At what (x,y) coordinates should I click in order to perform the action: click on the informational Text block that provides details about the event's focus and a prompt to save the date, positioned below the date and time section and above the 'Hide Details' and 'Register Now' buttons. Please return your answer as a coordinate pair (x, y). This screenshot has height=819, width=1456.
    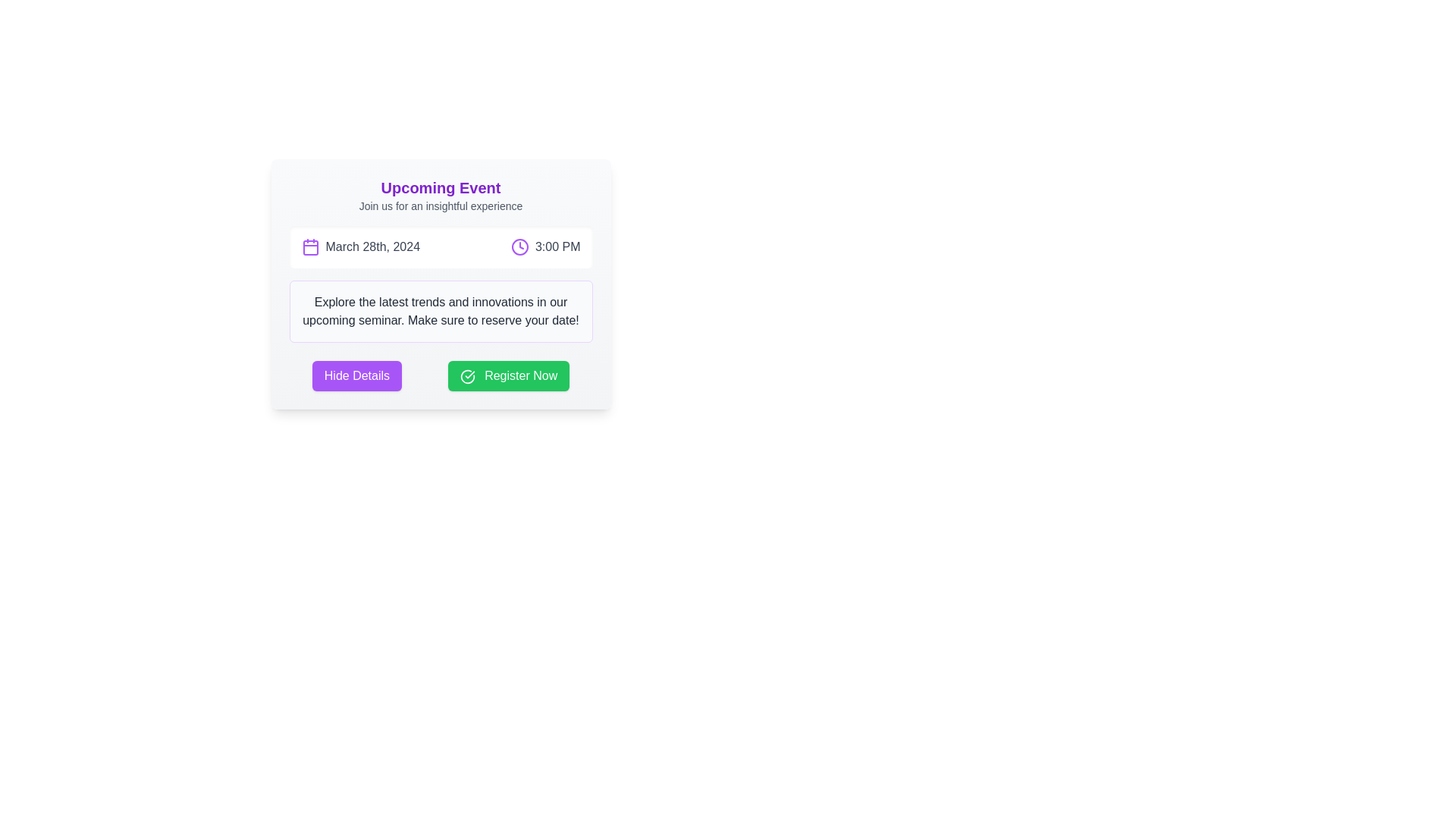
    Looking at the image, I should click on (440, 311).